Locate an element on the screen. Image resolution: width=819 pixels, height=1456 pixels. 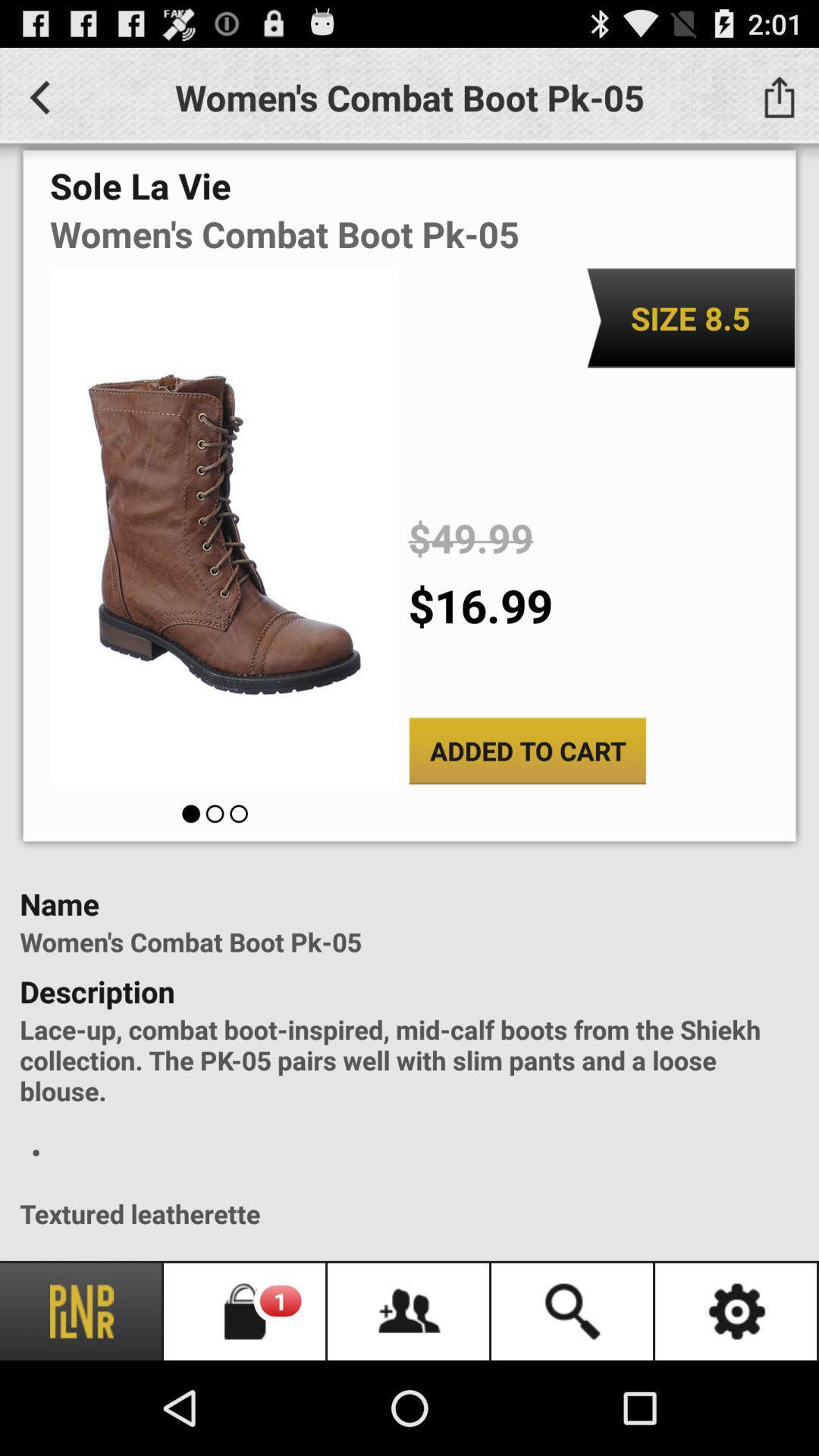
size 85 is located at coordinates (690, 317).